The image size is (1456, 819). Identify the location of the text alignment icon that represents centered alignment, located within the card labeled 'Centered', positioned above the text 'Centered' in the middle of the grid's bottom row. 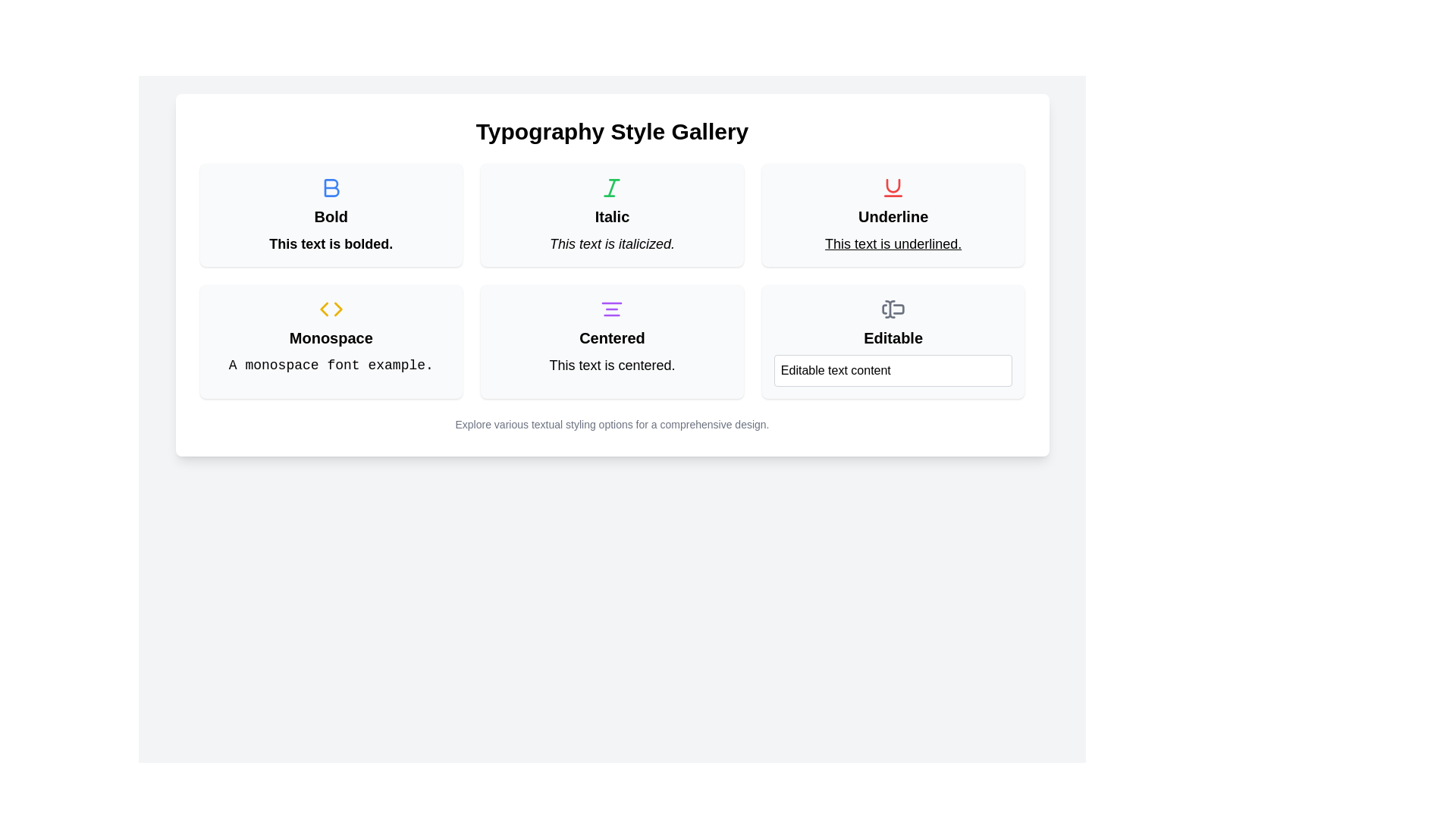
(612, 309).